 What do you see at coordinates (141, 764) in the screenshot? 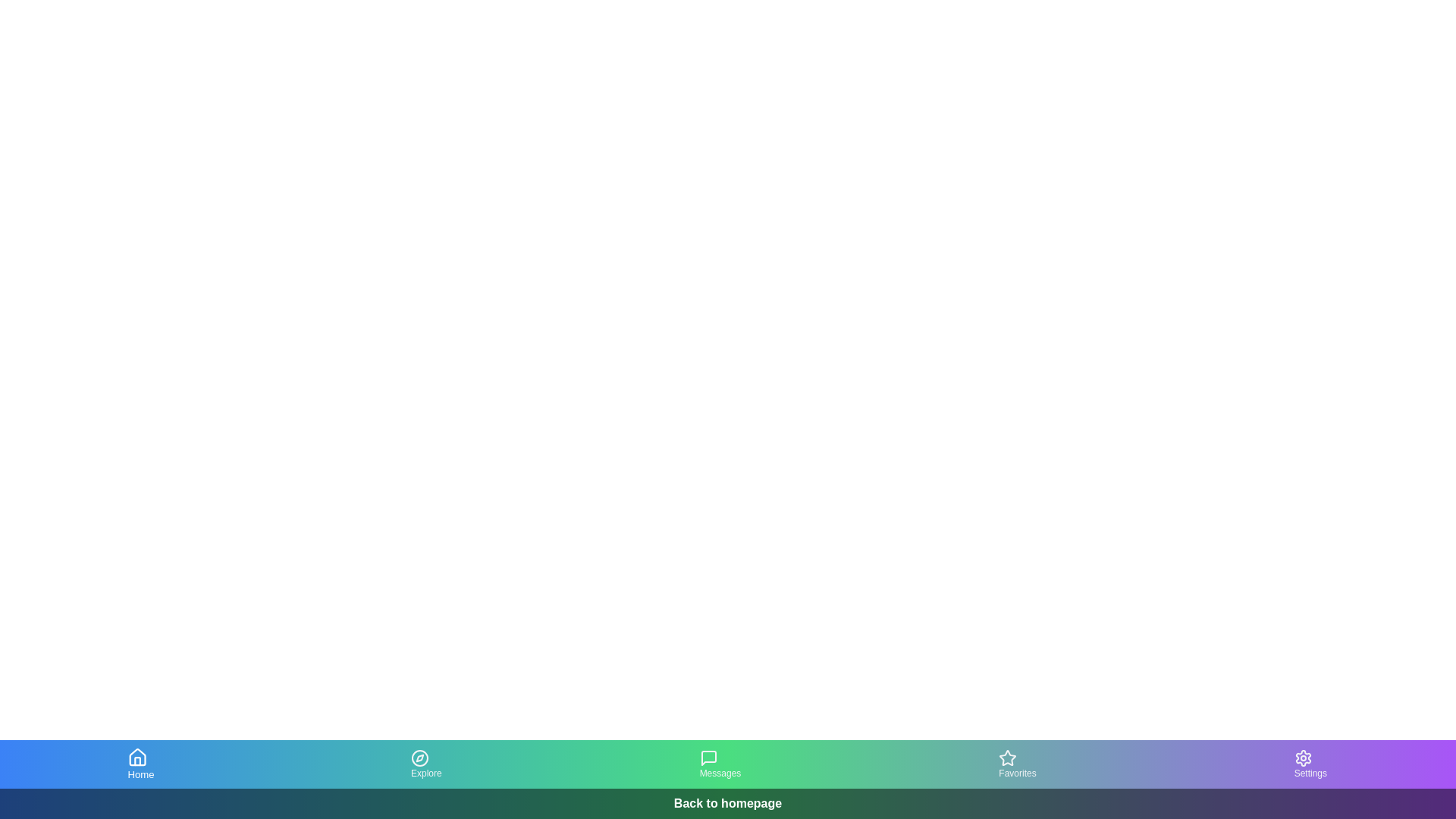
I see `the Home tab in the bottom navigation bar` at bounding box center [141, 764].